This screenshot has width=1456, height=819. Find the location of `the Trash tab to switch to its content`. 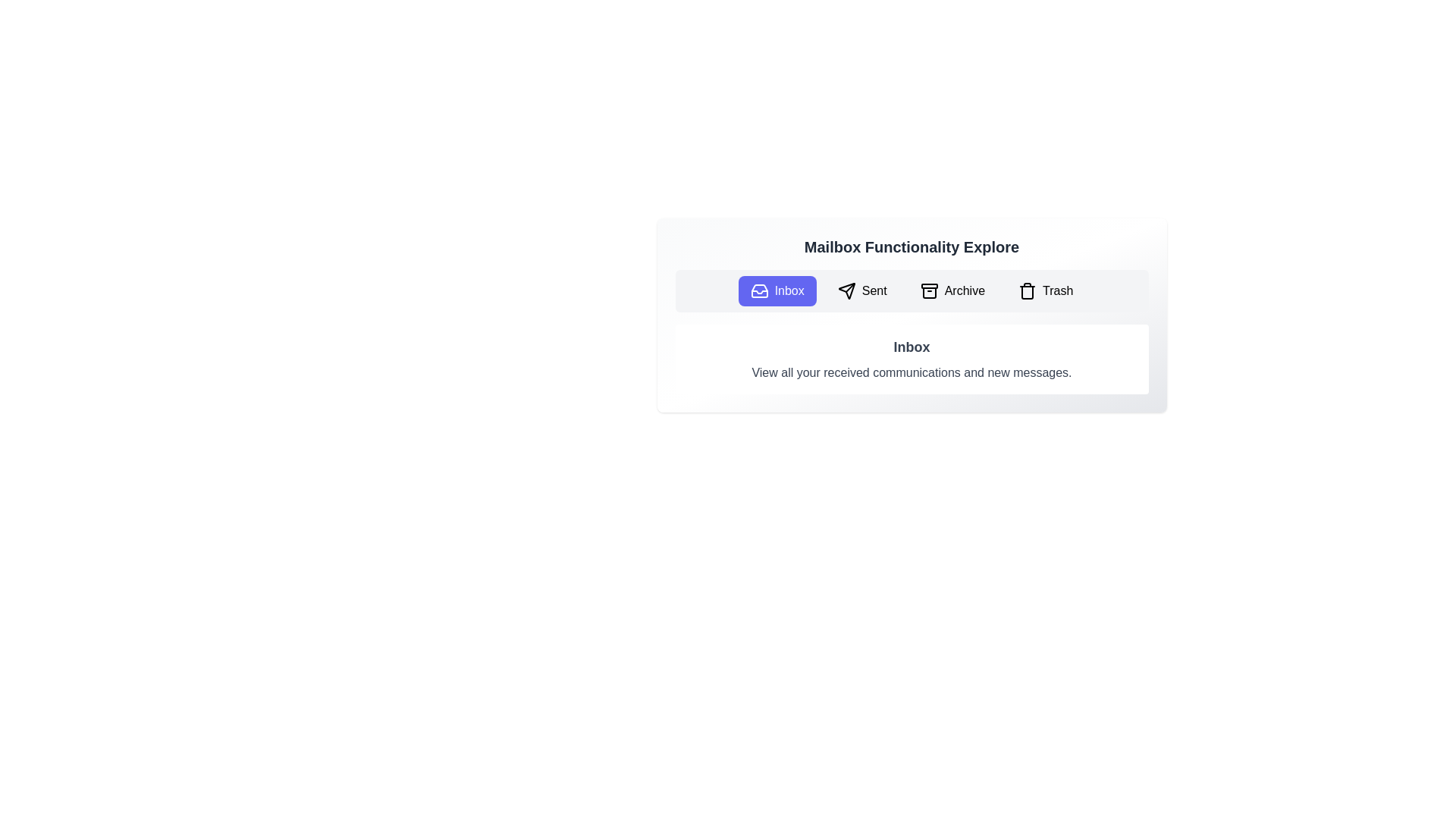

the Trash tab to switch to its content is located at coordinates (1045, 291).